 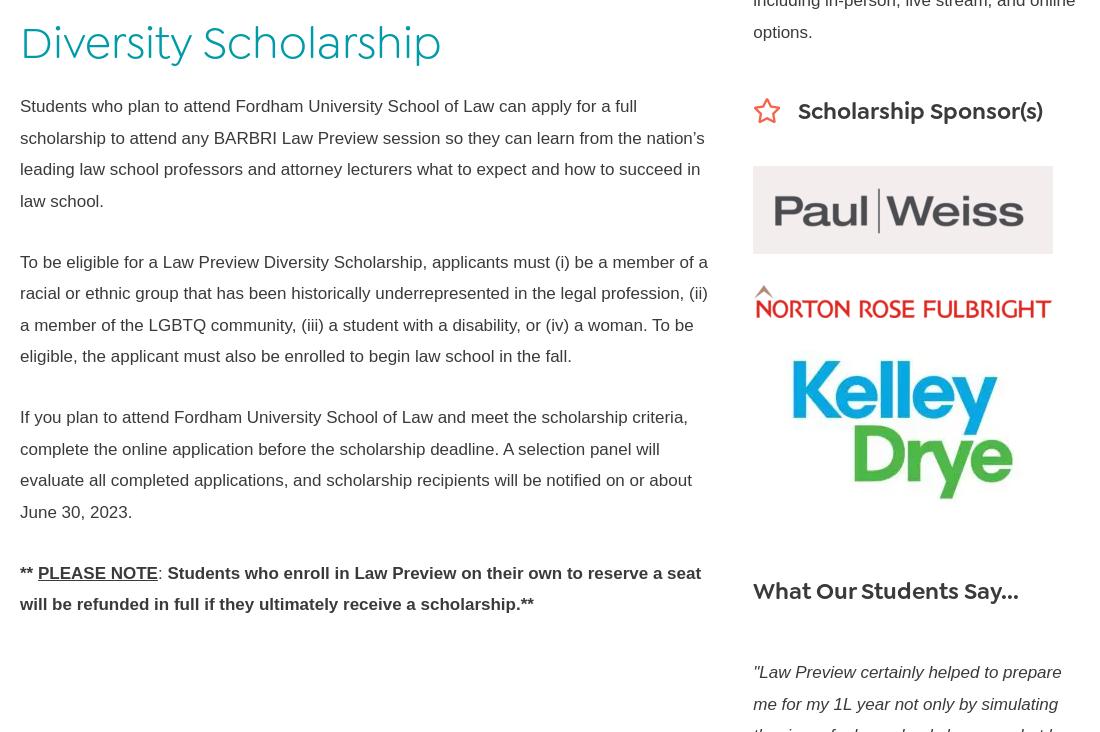 I want to click on 'Students who plan to attend Fordham University School of Law can apply for a full scholarship to attend any BARBRI Law Preview session so they can learn from the nation’s leading law school professors and attorney lecturers what to expect and how to succeed in law school.', so click(x=362, y=153).